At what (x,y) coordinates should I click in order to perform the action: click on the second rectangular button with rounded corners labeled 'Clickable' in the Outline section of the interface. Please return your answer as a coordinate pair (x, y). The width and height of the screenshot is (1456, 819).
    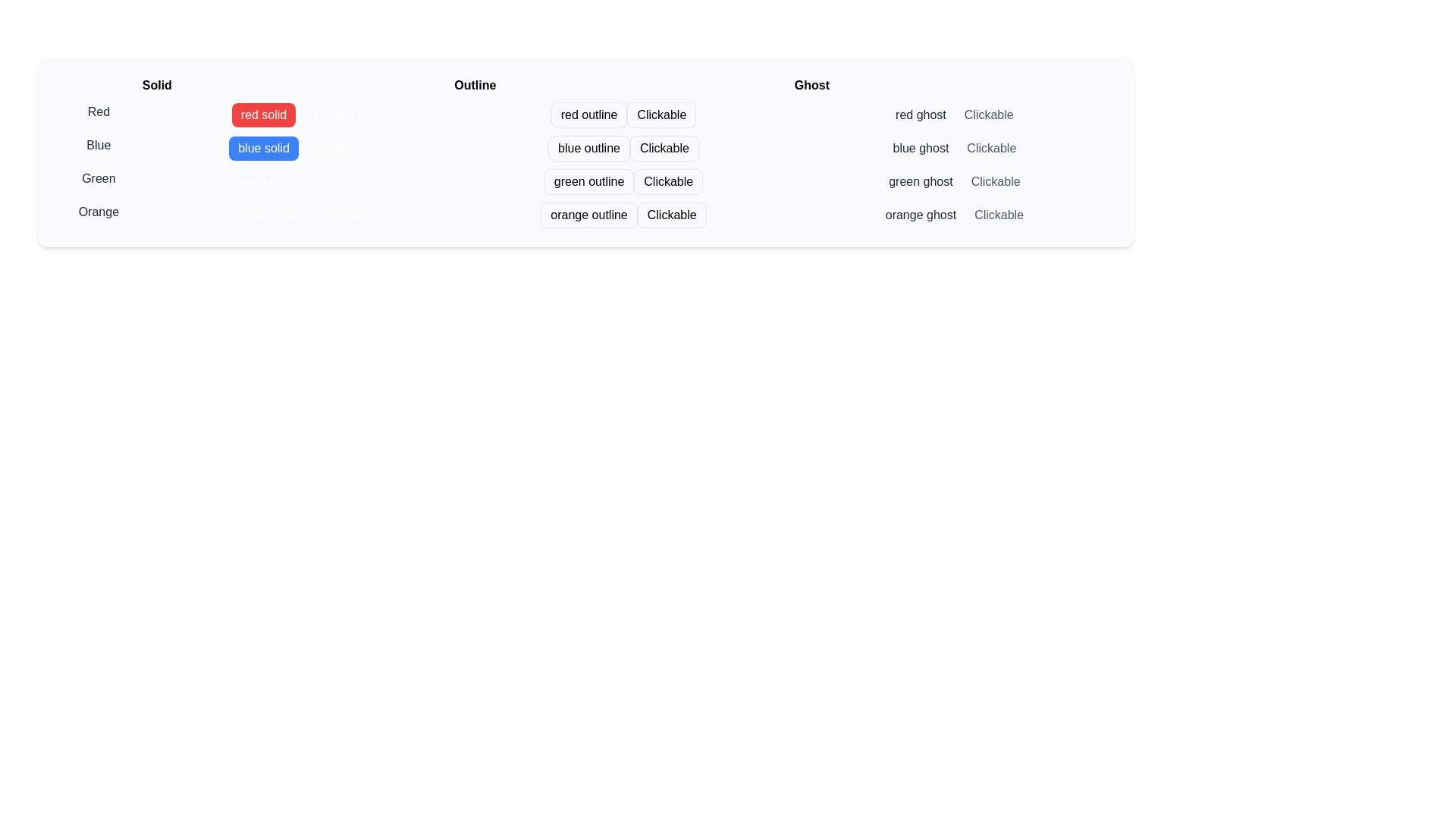
    Looking at the image, I should click on (664, 149).